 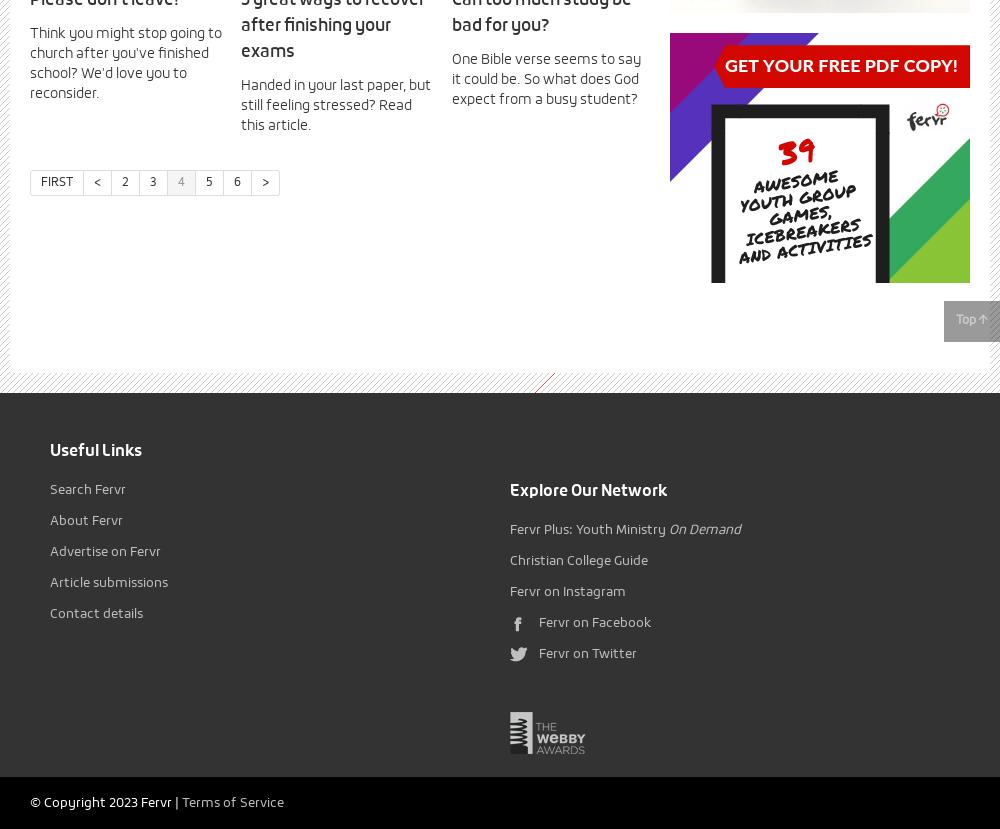 What do you see at coordinates (108, 582) in the screenshot?
I see `'Article submissions'` at bounding box center [108, 582].